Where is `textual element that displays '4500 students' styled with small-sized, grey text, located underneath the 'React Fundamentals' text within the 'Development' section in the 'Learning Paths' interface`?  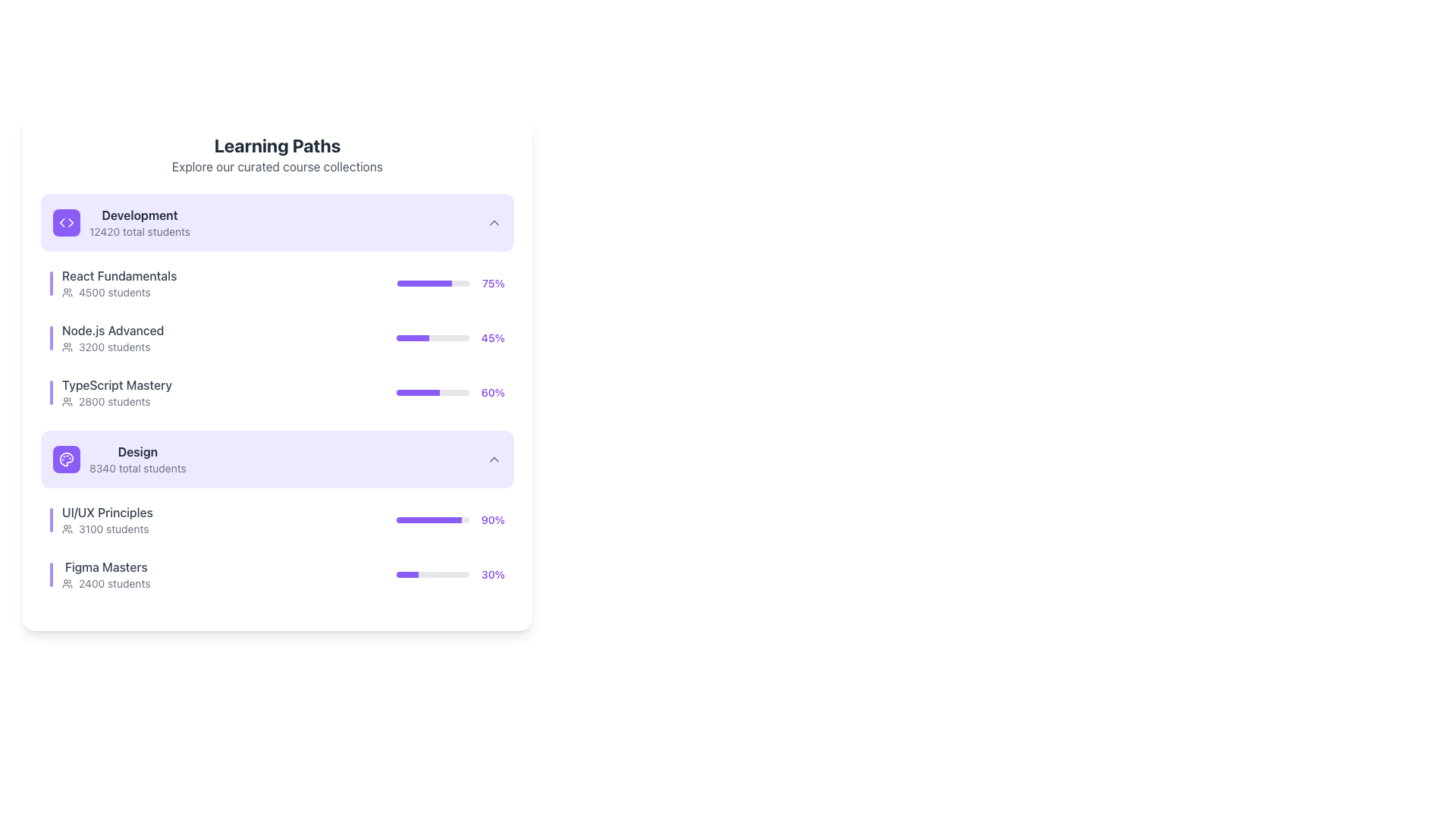
textual element that displays '4500 students' styled with small-sized, grey text, located underneath the 'React Fundamentals' text within the 'Development' section in the 'Learning Paths' interface is located at coordinates (118, 292).